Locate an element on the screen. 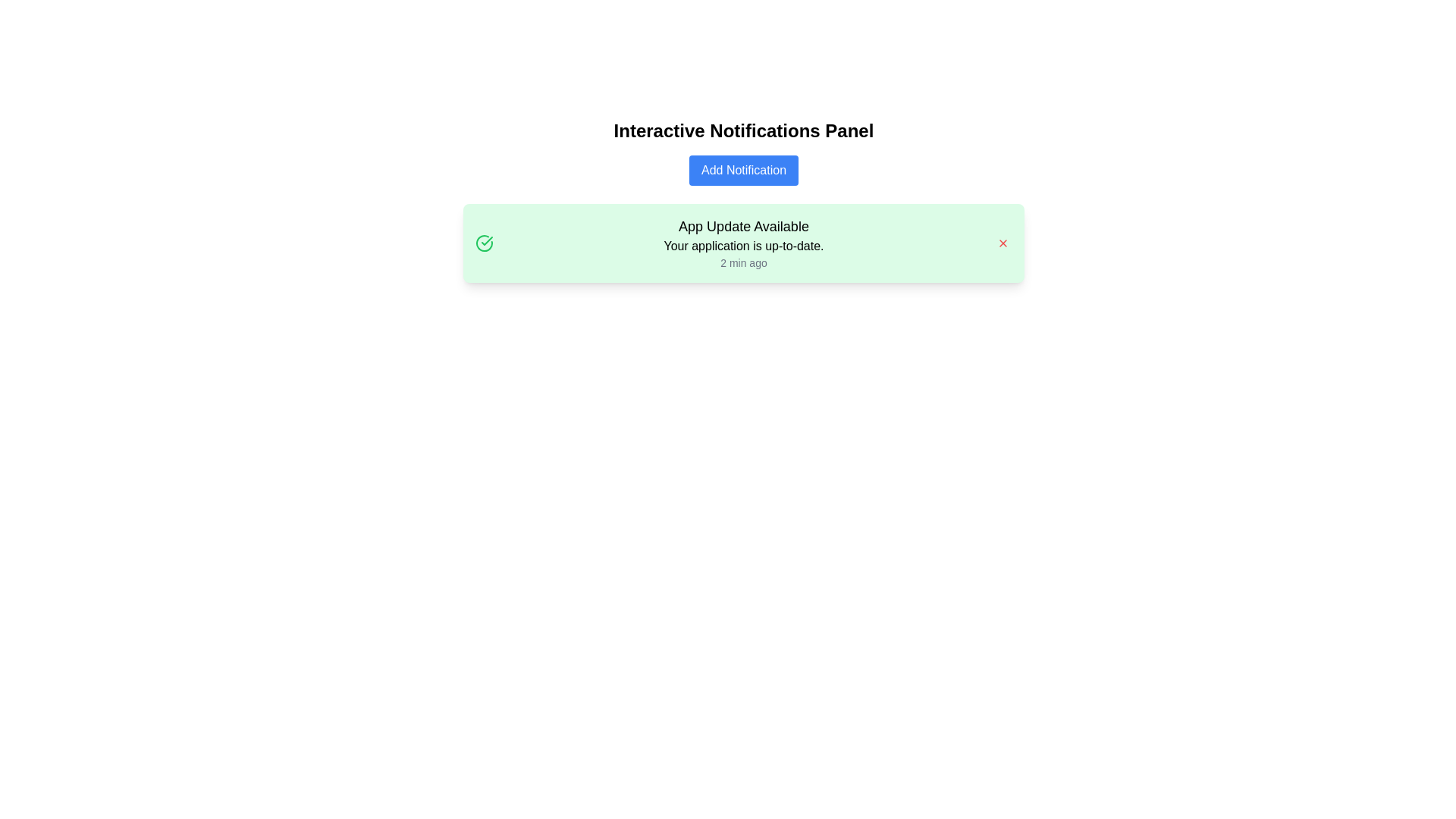 The height and width of the screenshot is (819, 1456). message displayed in the text block titled 'App Update Available' which indicates that 'Your application is up-to-date' and shows a timestamp '2 min ago' is located at coordinates (743, 242).